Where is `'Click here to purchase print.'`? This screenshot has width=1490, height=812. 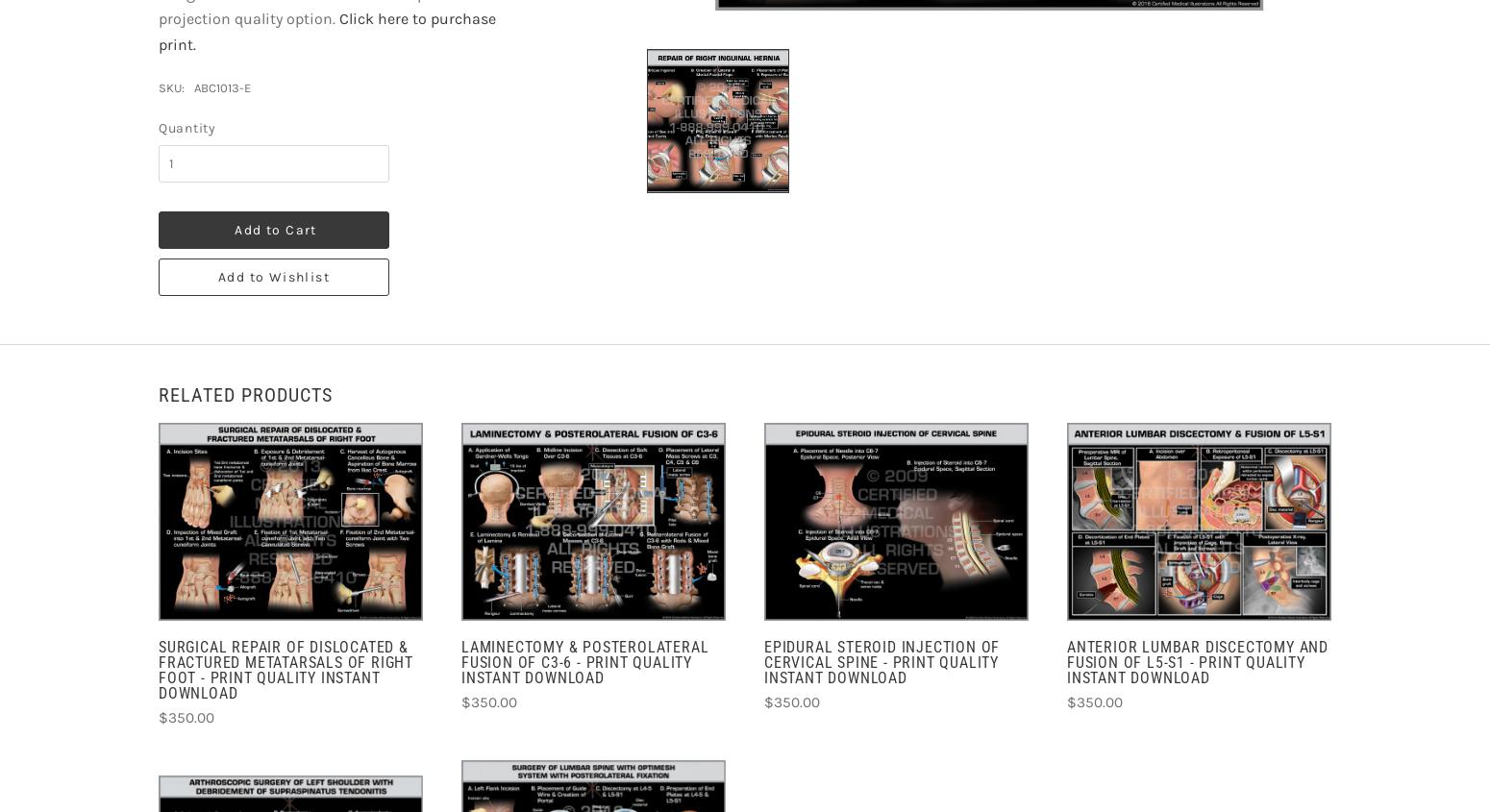 'Click here to purchase print.' is located at coordinates (158, 31).